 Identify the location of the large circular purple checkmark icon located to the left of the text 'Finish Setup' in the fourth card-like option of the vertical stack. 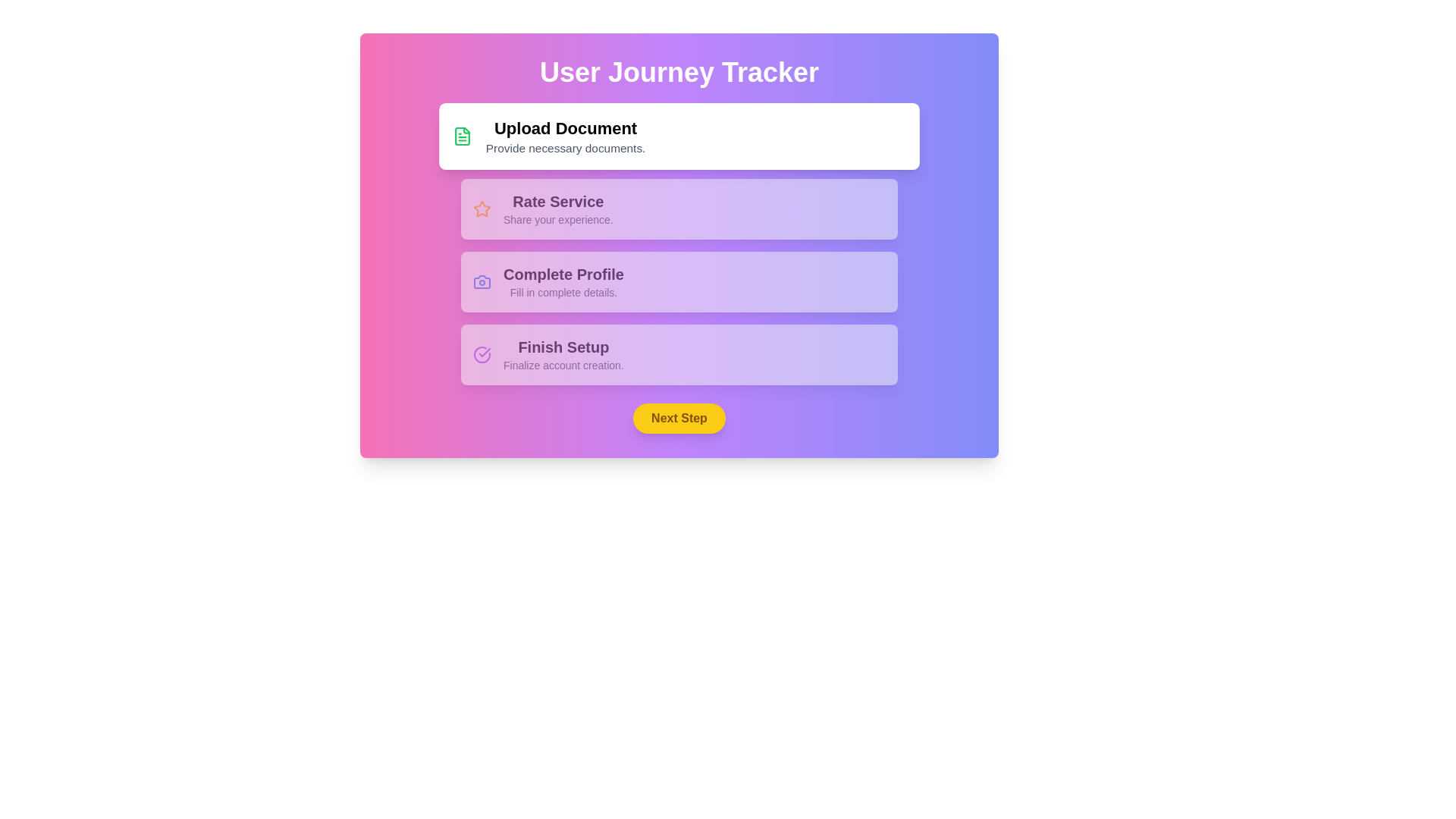
(481, 354).